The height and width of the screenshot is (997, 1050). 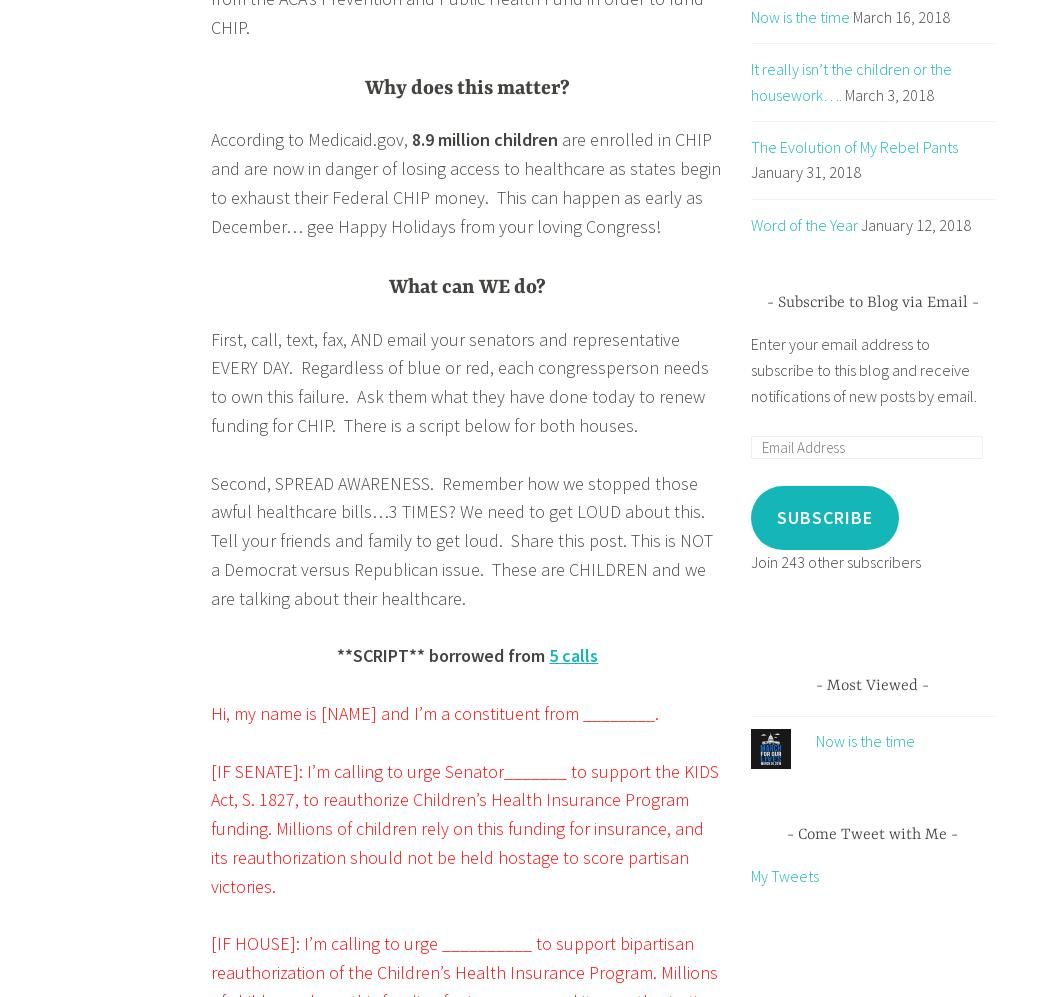 I want to click on 'Come Tweet with Me', so click(x=797, y=833).